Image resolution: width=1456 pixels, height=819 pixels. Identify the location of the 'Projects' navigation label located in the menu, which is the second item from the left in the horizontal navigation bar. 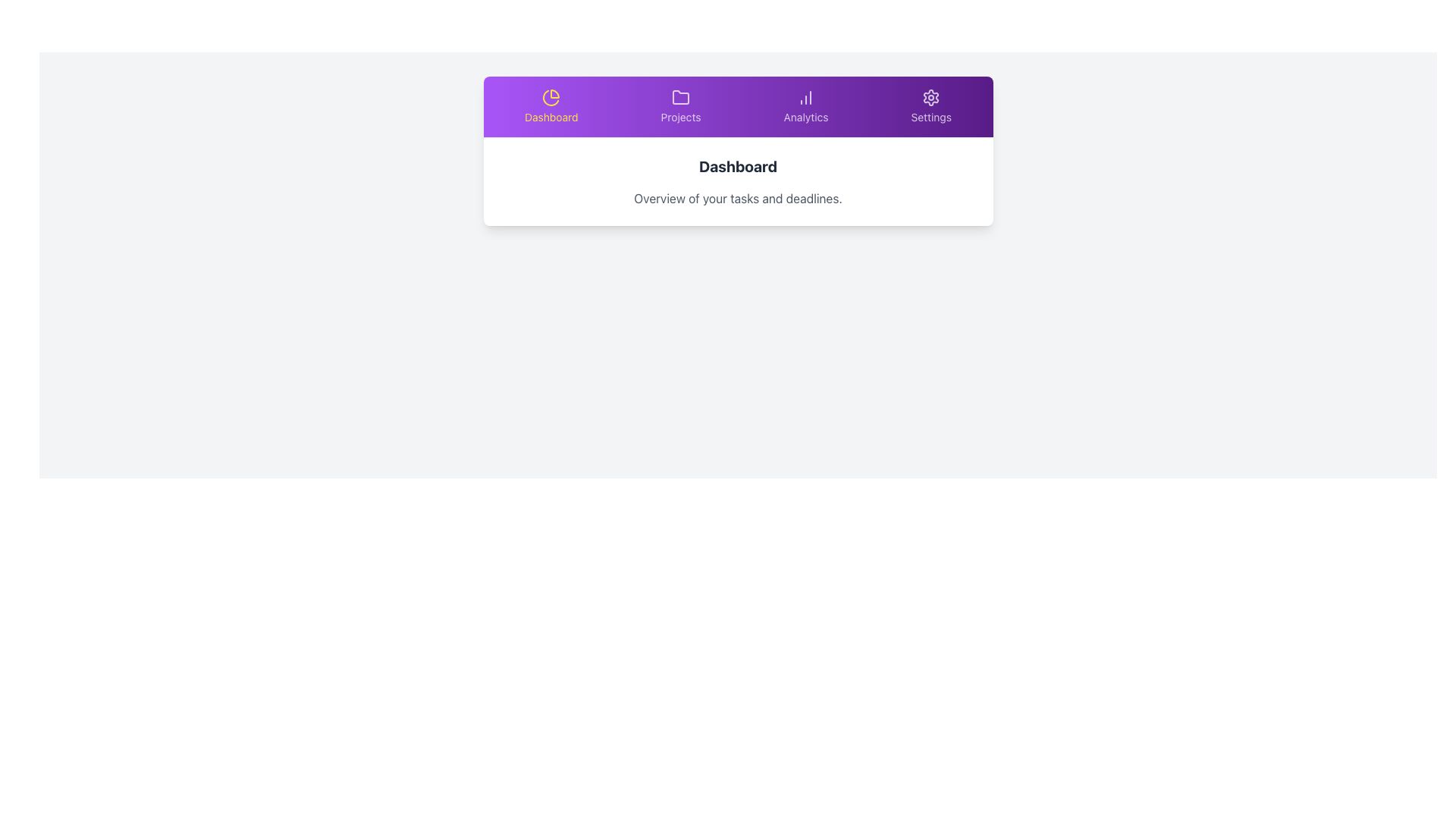
(679, 116).